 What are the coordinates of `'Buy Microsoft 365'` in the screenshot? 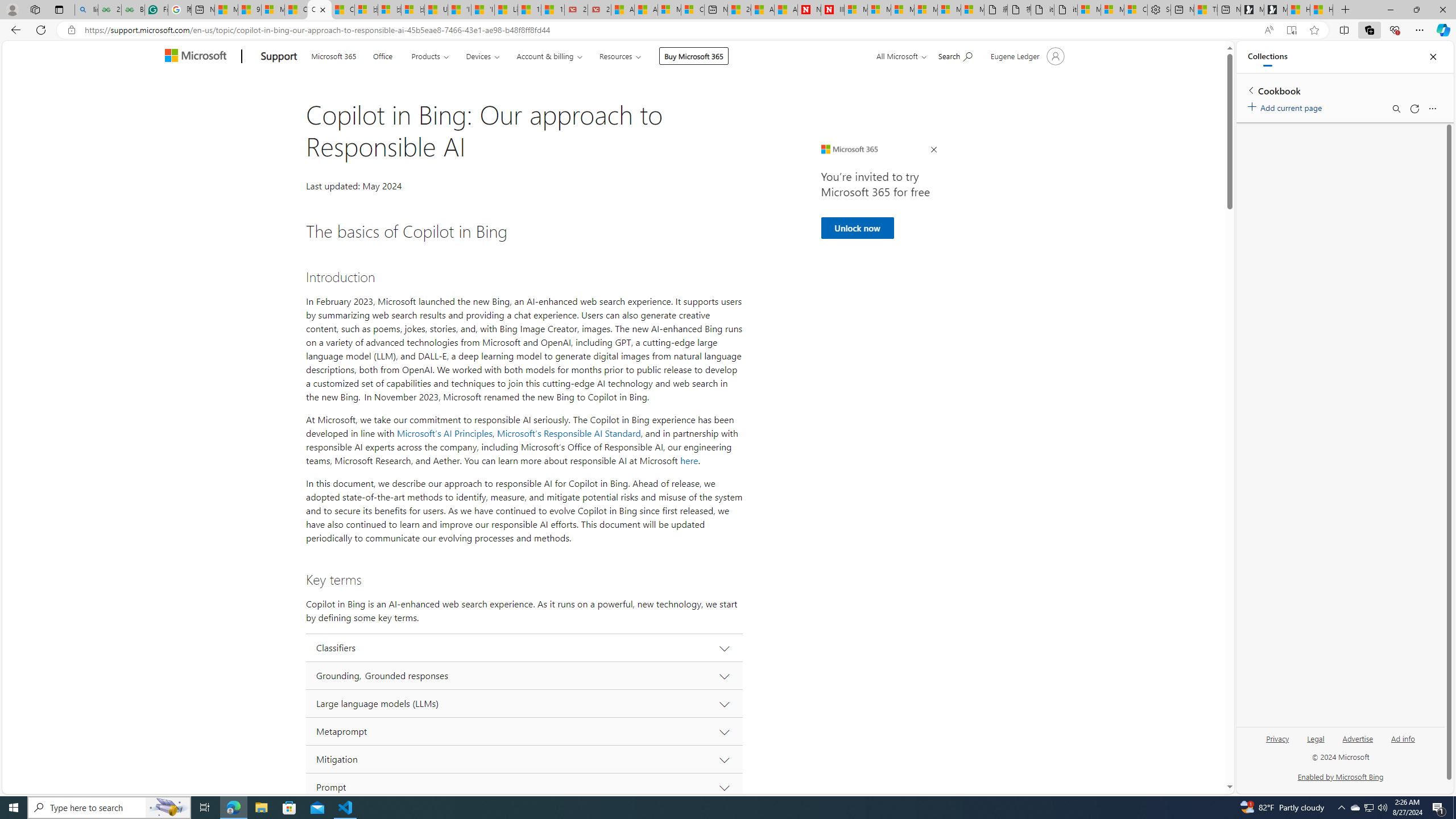 It's located at (693, 55).